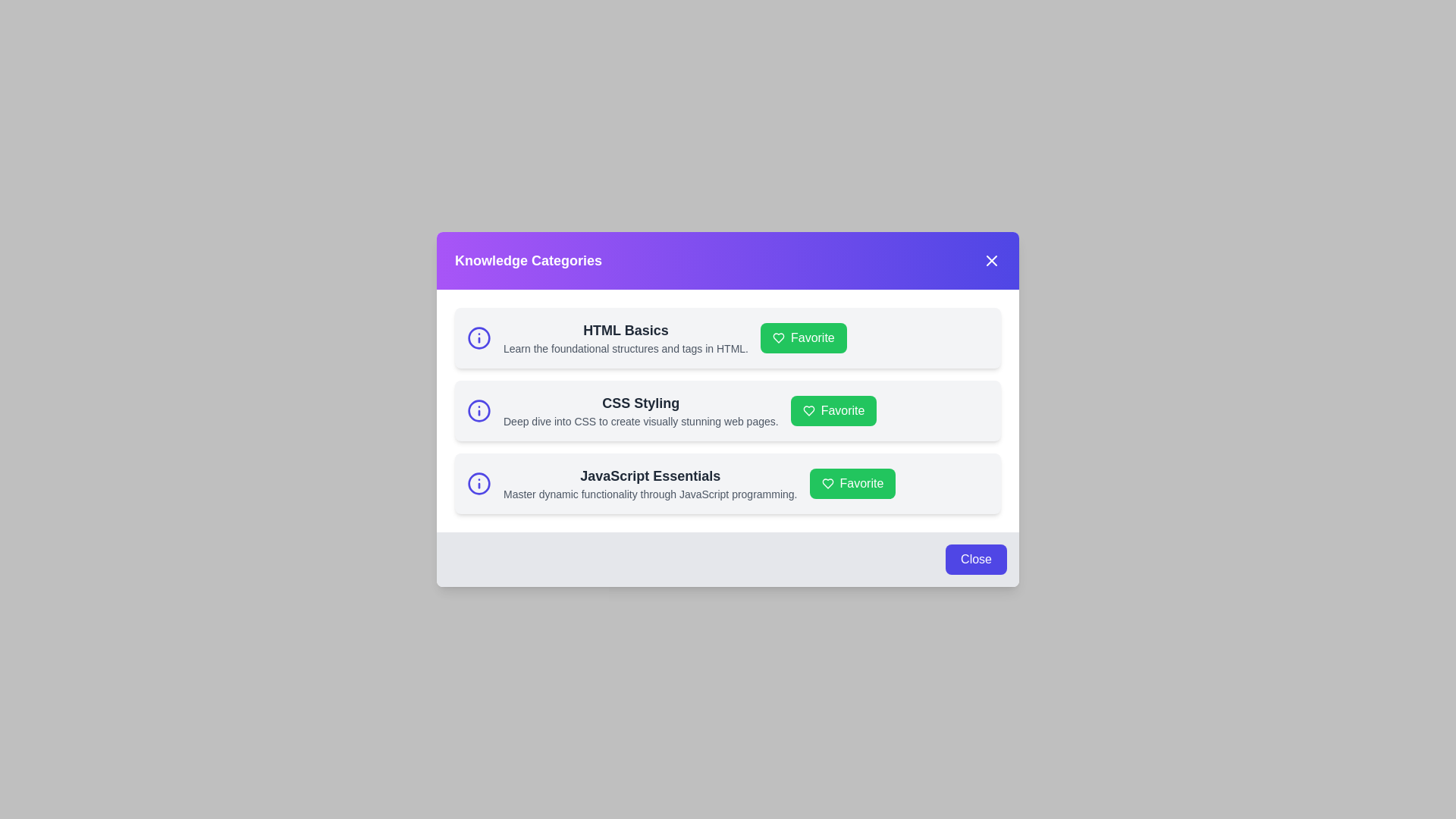 This screenshot has width=1456, height=819. I want to click on the 'Favorite' icon located next to the 'Favorite' text in the category list on the right side, so click(827, 483).